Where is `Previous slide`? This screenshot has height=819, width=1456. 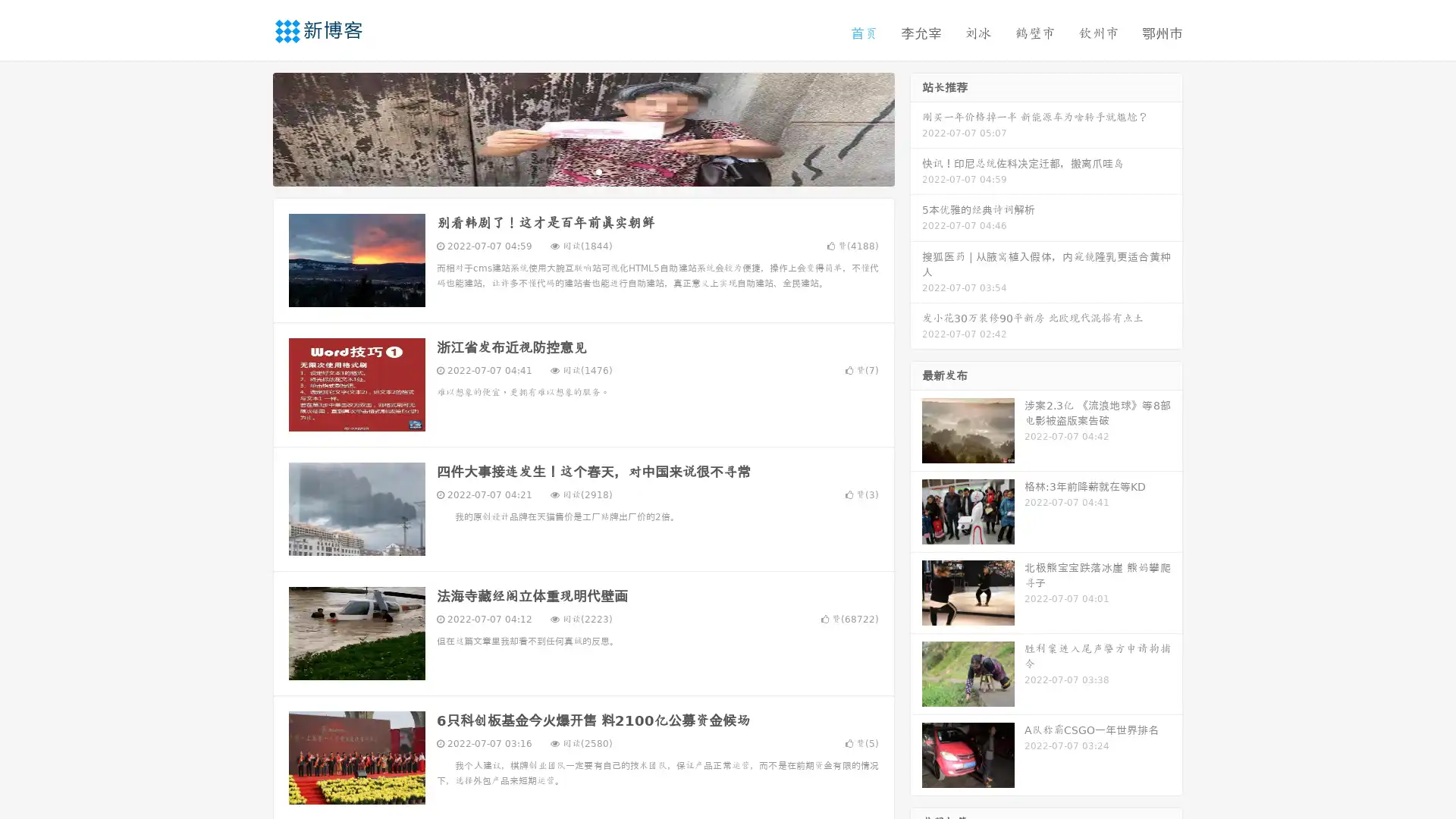
Previous slide is located at coordinates (250, 127).